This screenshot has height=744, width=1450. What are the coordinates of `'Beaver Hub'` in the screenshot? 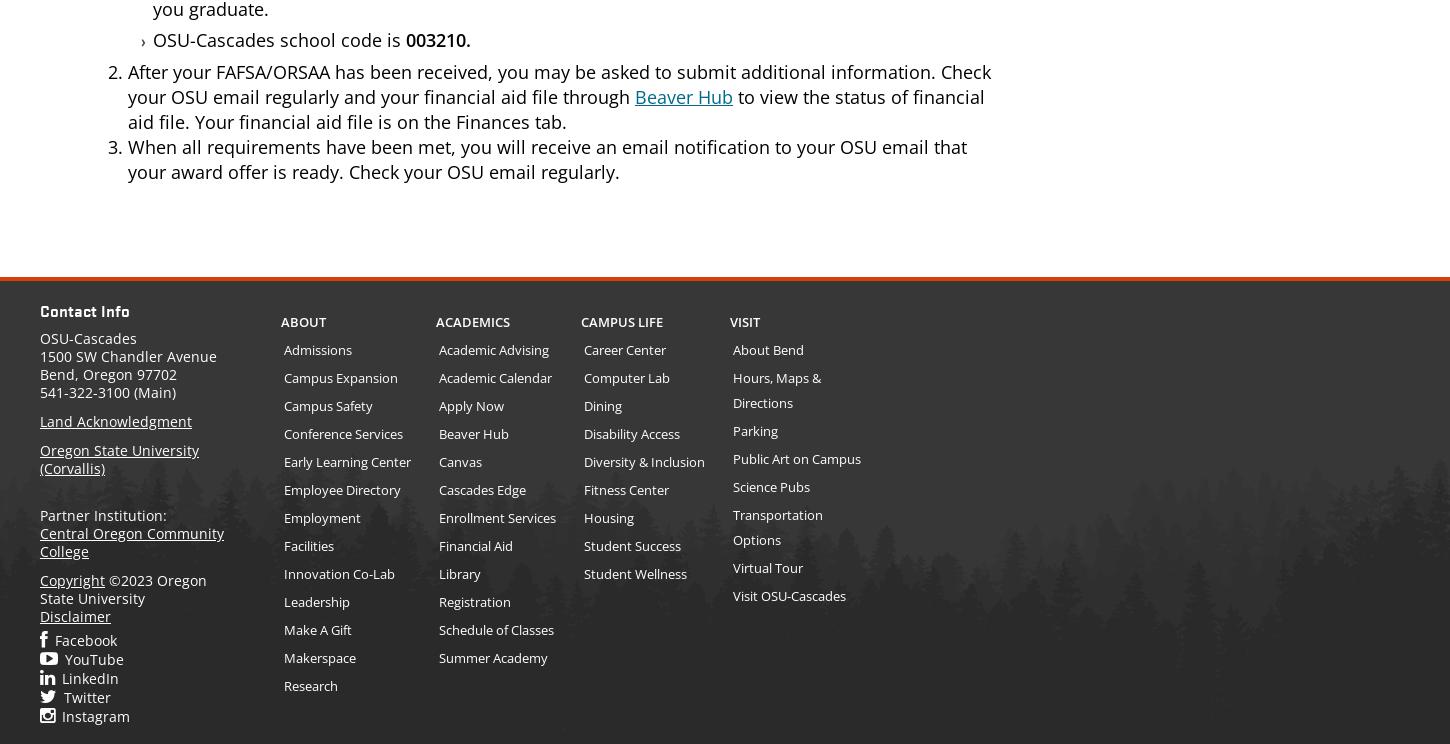 It's located at (682, 94).